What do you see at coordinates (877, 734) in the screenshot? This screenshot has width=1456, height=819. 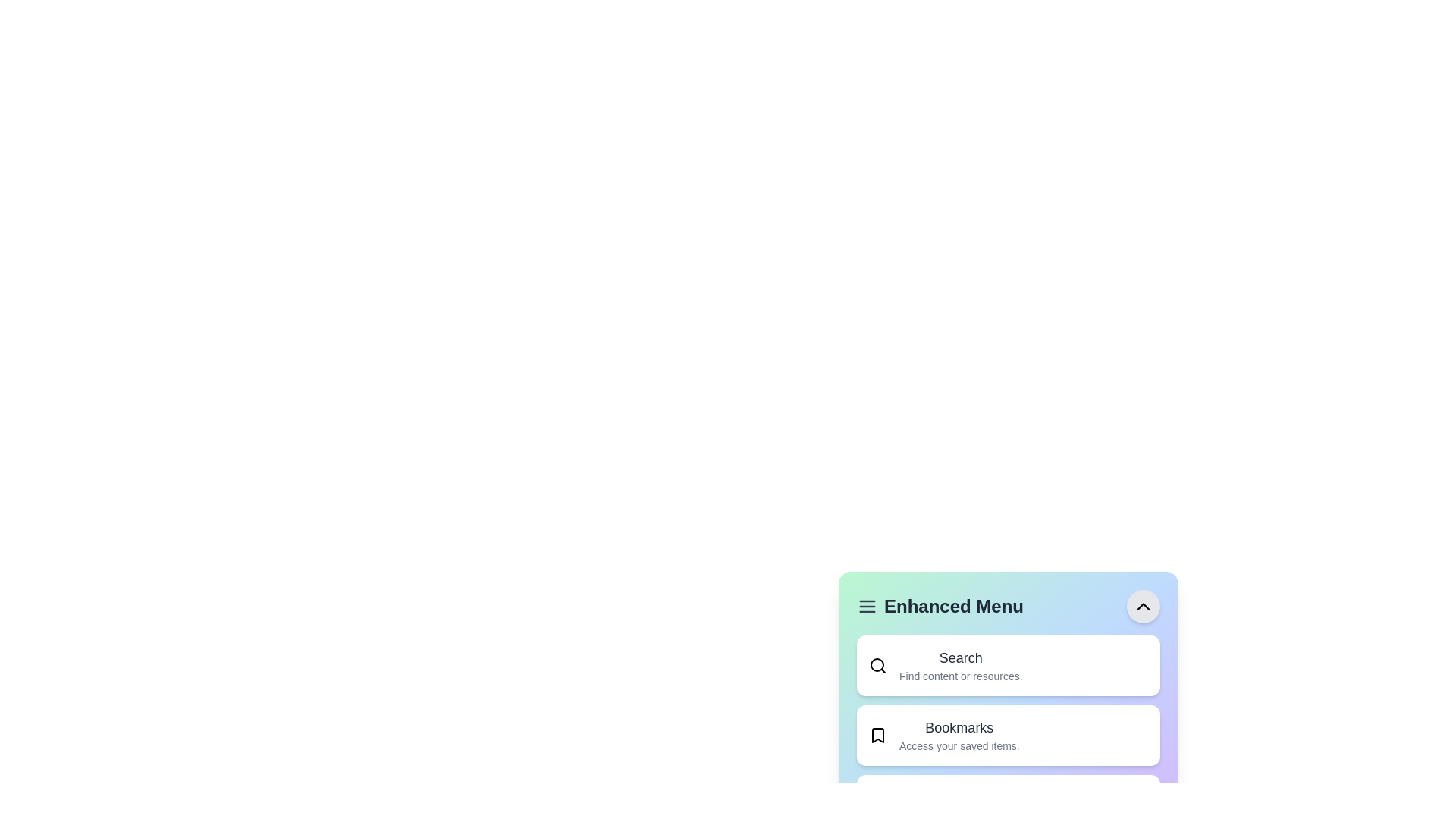 I see `the Bookmarks icon to interact with it` at bounding box center [877, 734].